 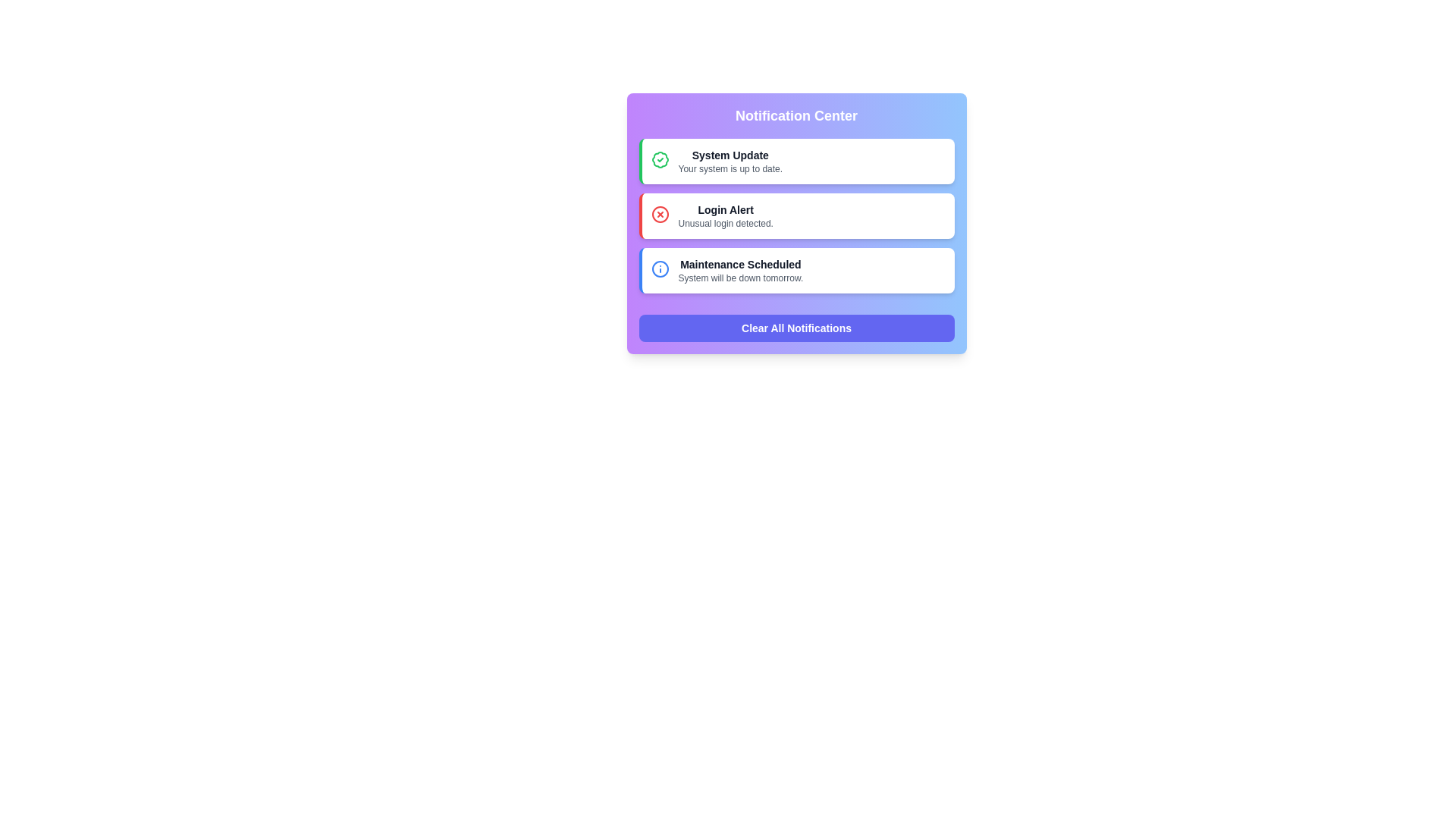 What do you see at coordinates (795, 327) in the screenshot?
I see `the prominent button labeled 'Clear All Notifications' with white text on an indigo background` at bounding box center [795, 327].